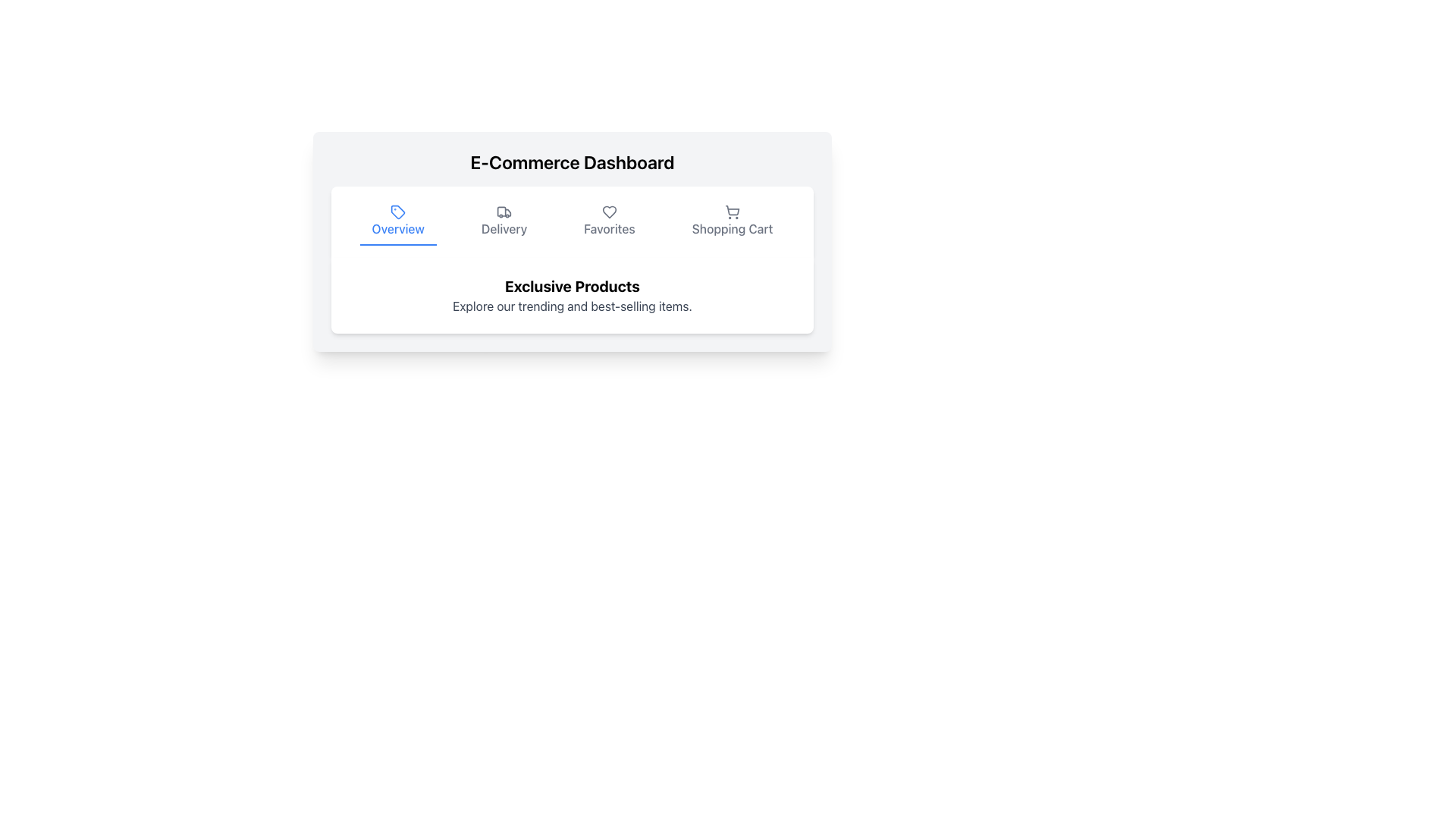 The height and width of the screenshot is (819, 1456). What do you see at coordinates (733, 228) in the screenshot?
I see `the Text Label that describes the shopping cart link for accessibility features` at bounding box center [733, 228].